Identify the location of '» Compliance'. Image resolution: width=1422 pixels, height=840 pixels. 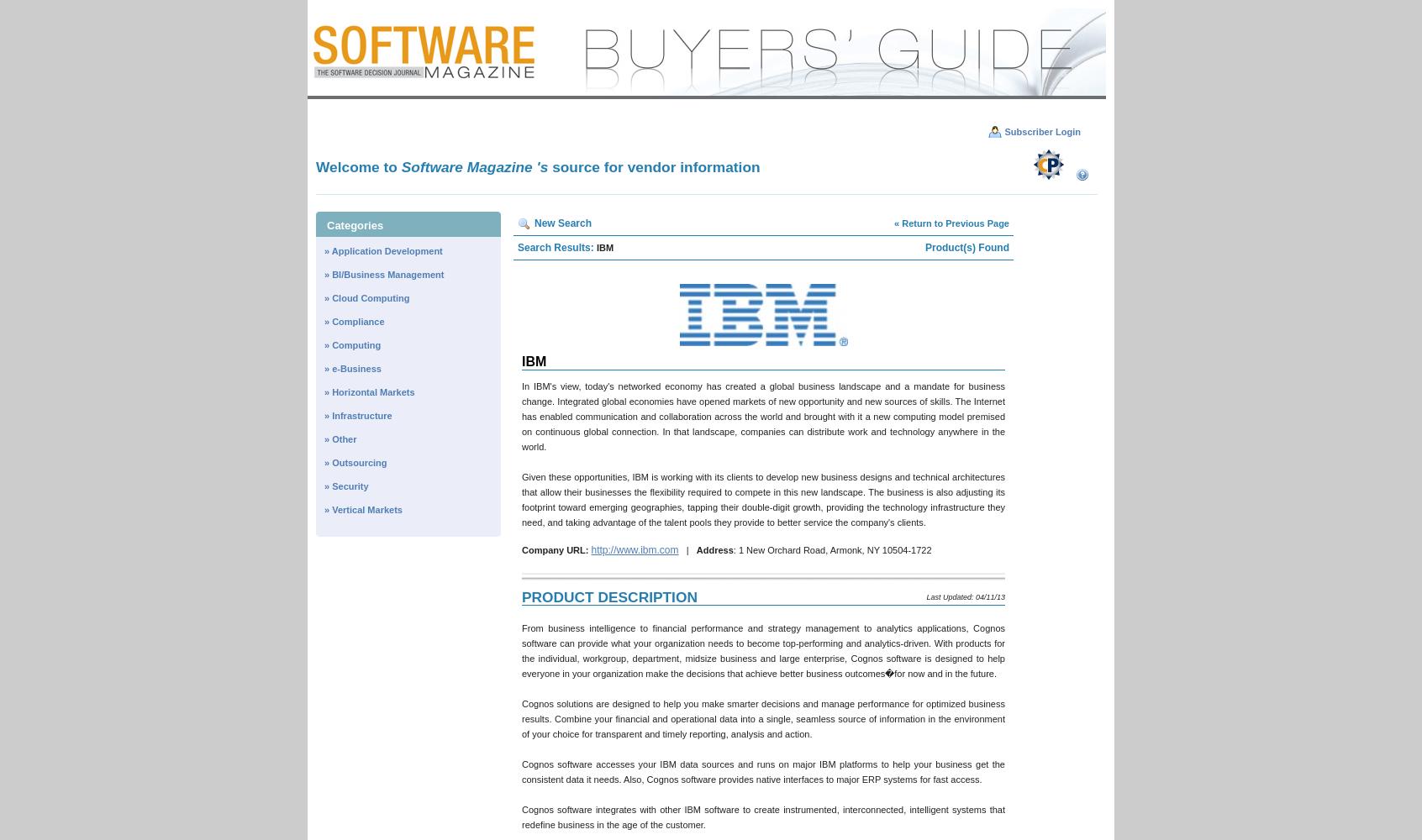
(324, 322).